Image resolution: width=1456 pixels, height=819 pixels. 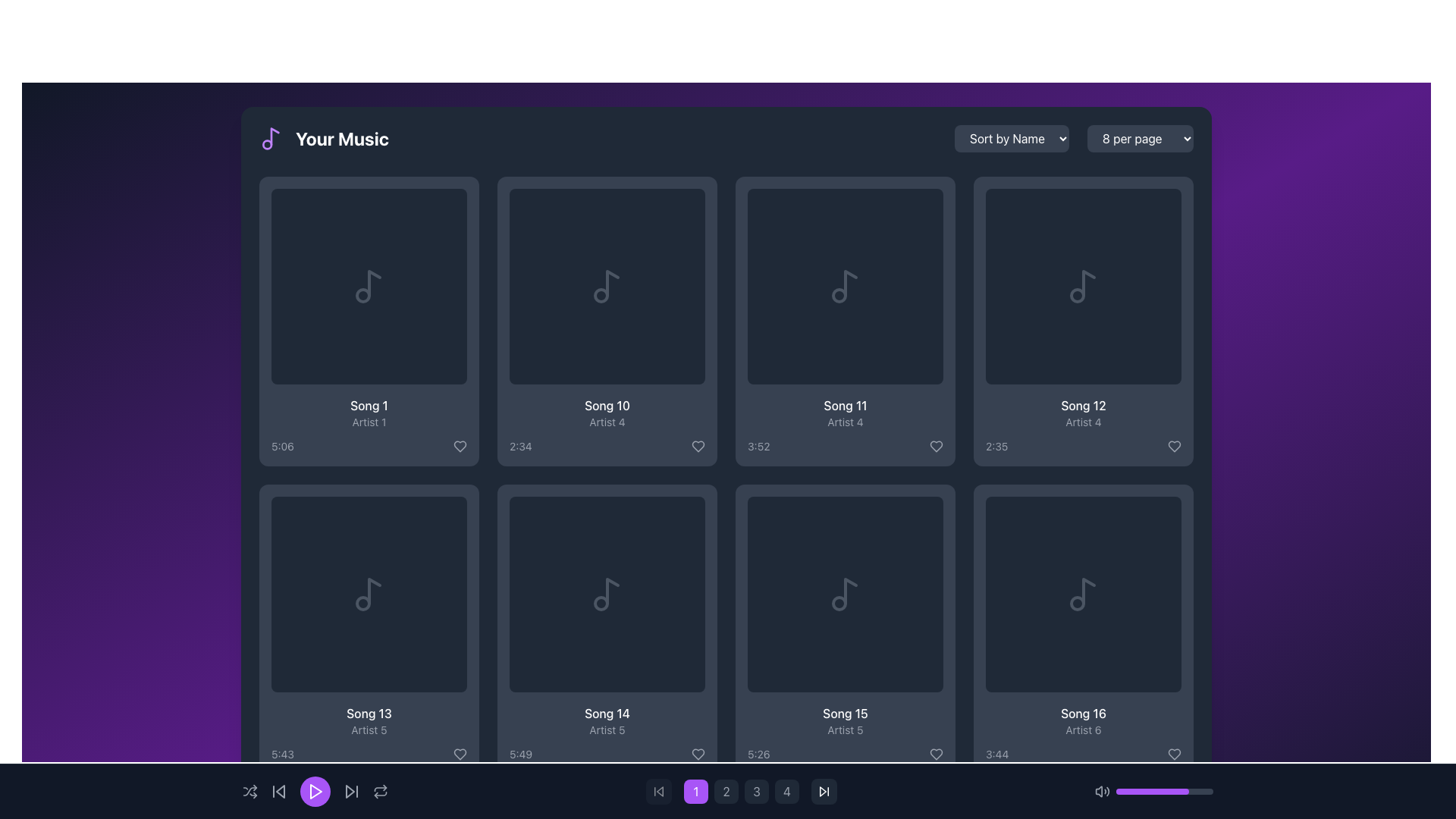 What do you see at coordinates (935, 446) in the screenshot?
I see `the favorite button located at the bottom-right of the 'Song 11' section to mark the song as a favorite` at bounding box center [935, 446].